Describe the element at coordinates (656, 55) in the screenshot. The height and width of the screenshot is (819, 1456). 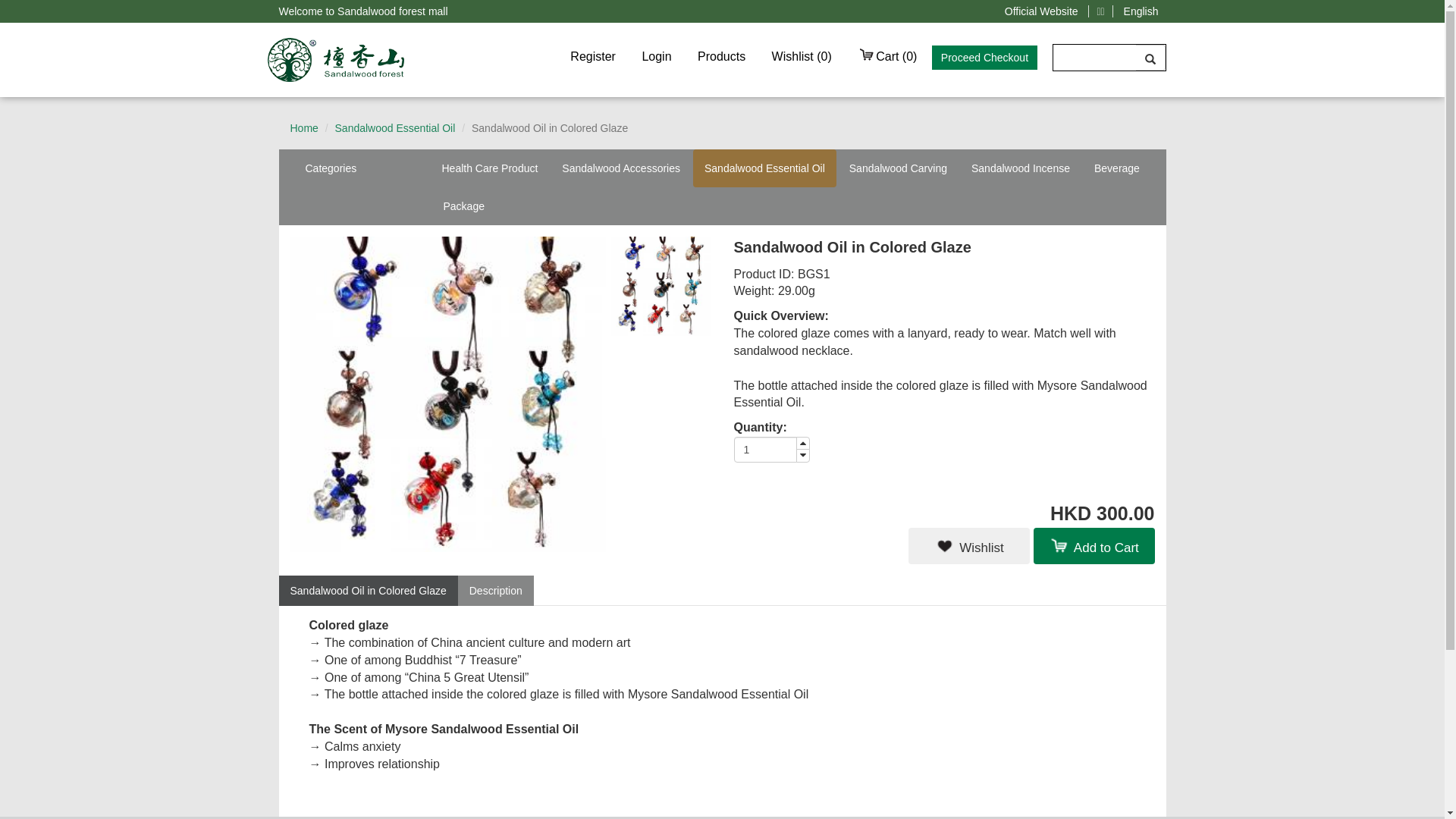
I see `'Login'` at that location.